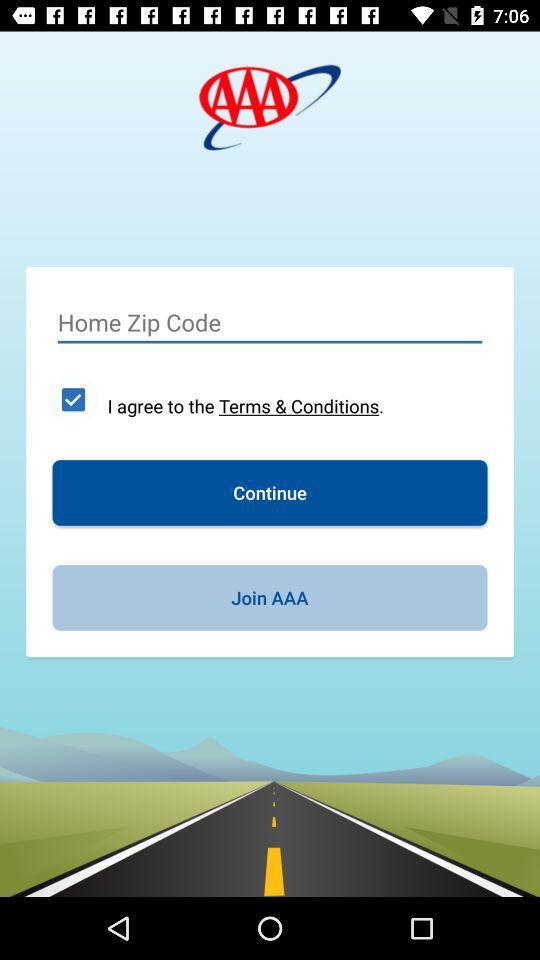 The width and height of the screenshot is (540, 960). What do you see at coordinates (270, 491) in the screenshot?
I see `continue` at bounding box center [270, 491].